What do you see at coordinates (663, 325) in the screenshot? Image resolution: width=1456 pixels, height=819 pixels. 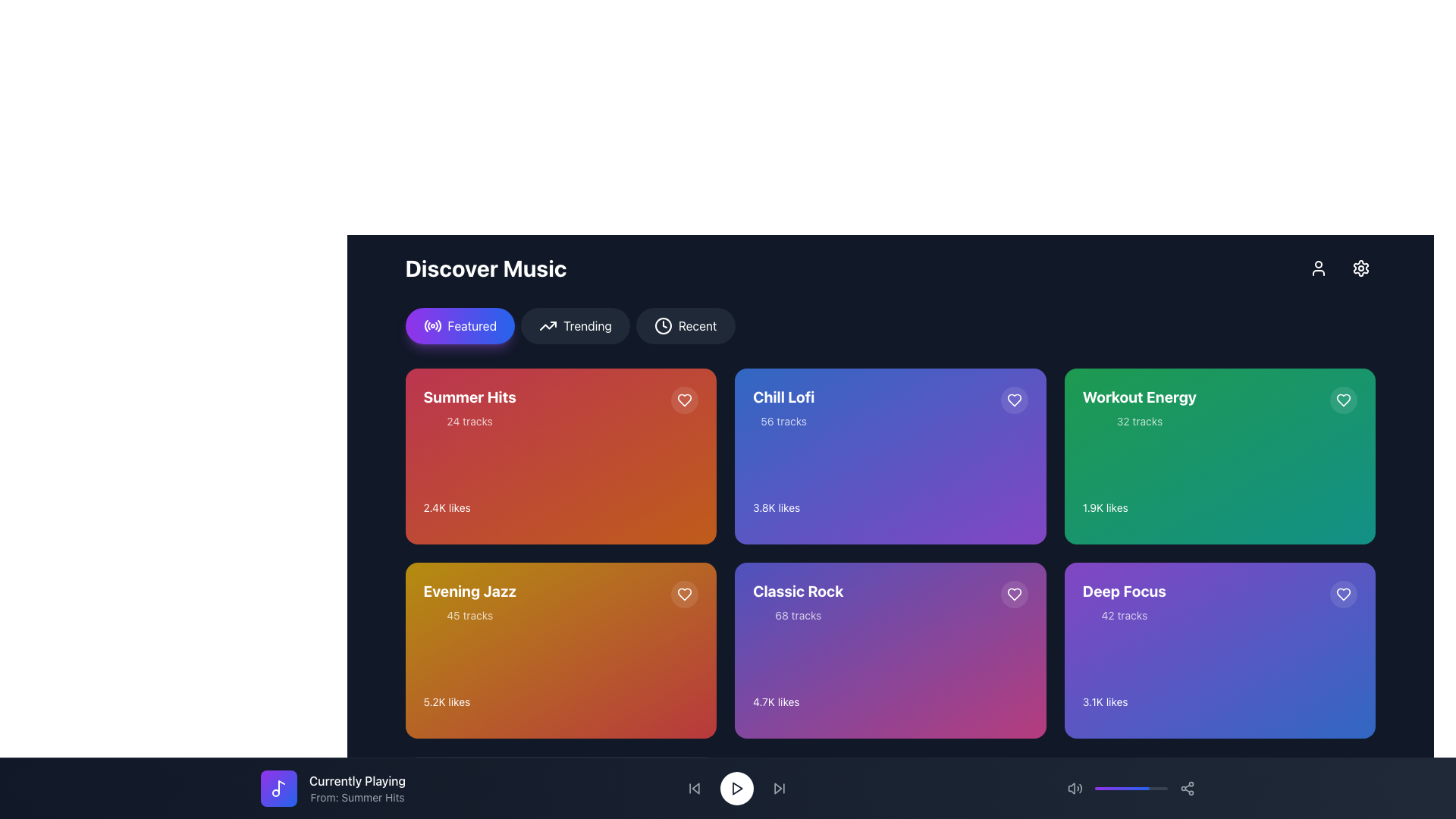 I see `the circular clock icon with a minimalist design located to the left of the text 'Recent' in the navigation bar under 'Discover Music'` at bounding box center [663, 325].